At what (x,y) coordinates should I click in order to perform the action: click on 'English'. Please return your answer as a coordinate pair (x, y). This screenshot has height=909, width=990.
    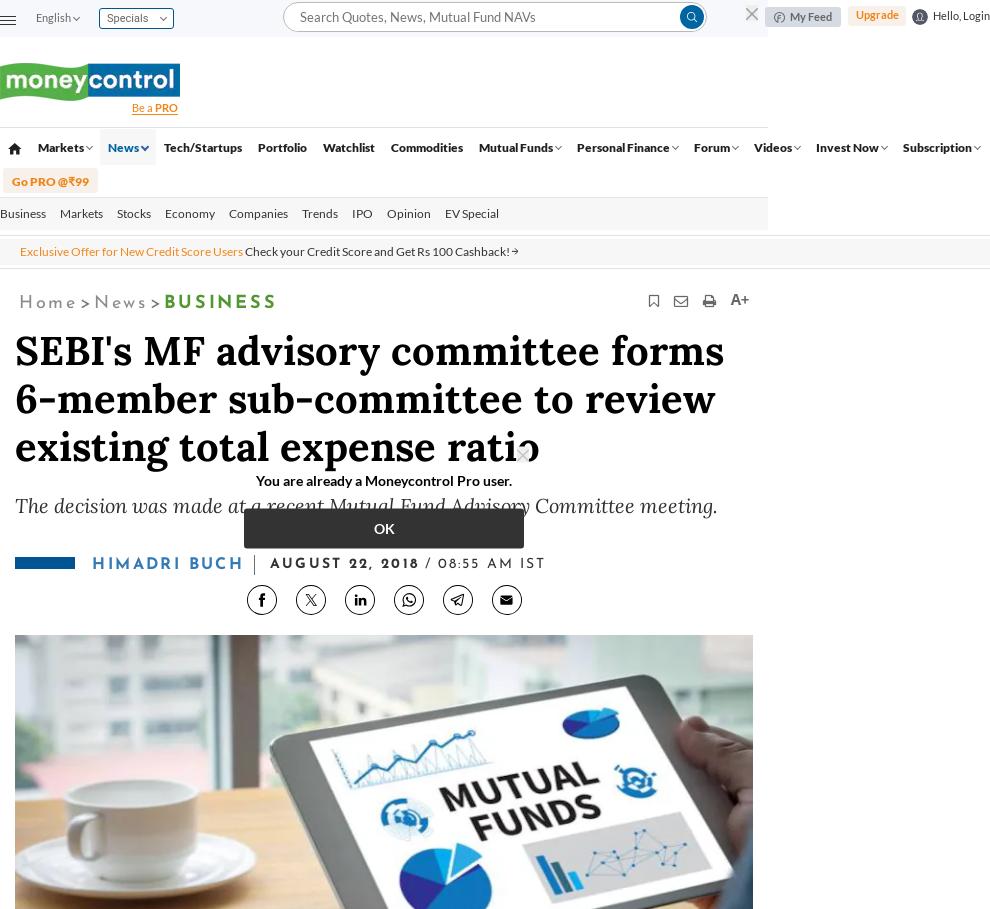
    Looking at the image, I should click on (53, 16).